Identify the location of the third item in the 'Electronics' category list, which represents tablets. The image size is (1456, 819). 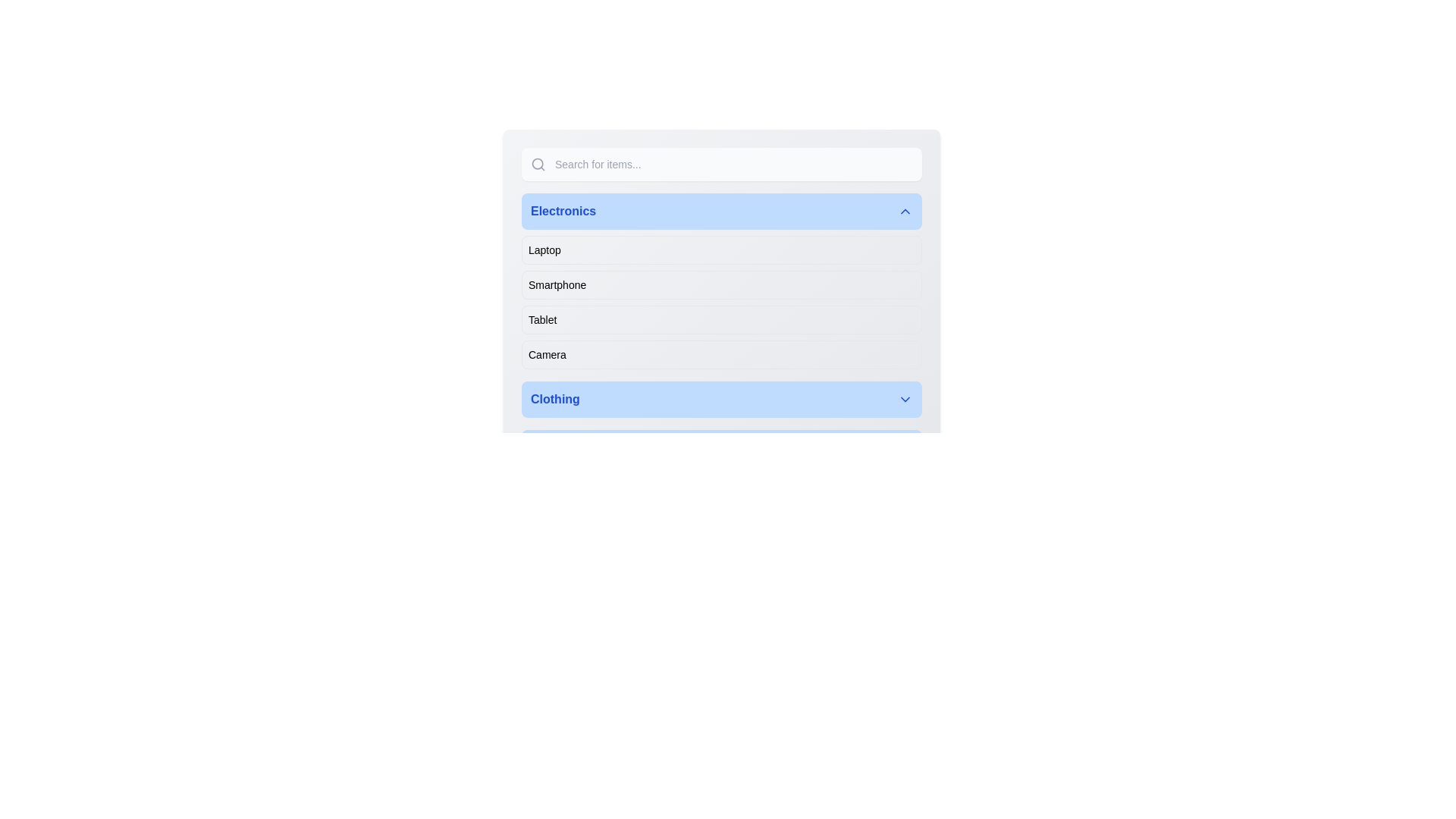
(720, 318).